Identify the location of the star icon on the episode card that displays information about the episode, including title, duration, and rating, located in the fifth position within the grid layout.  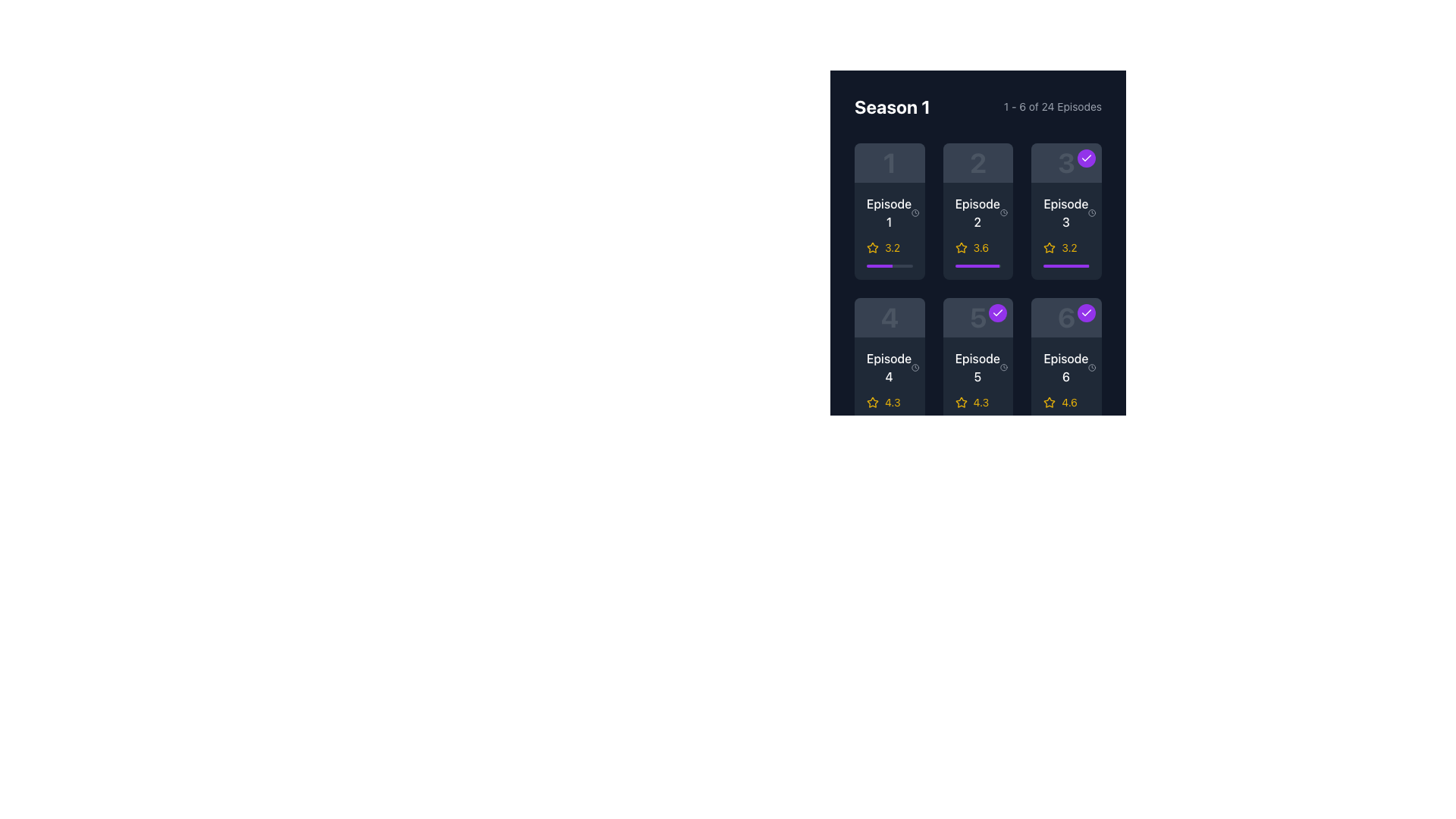
(978, 385).